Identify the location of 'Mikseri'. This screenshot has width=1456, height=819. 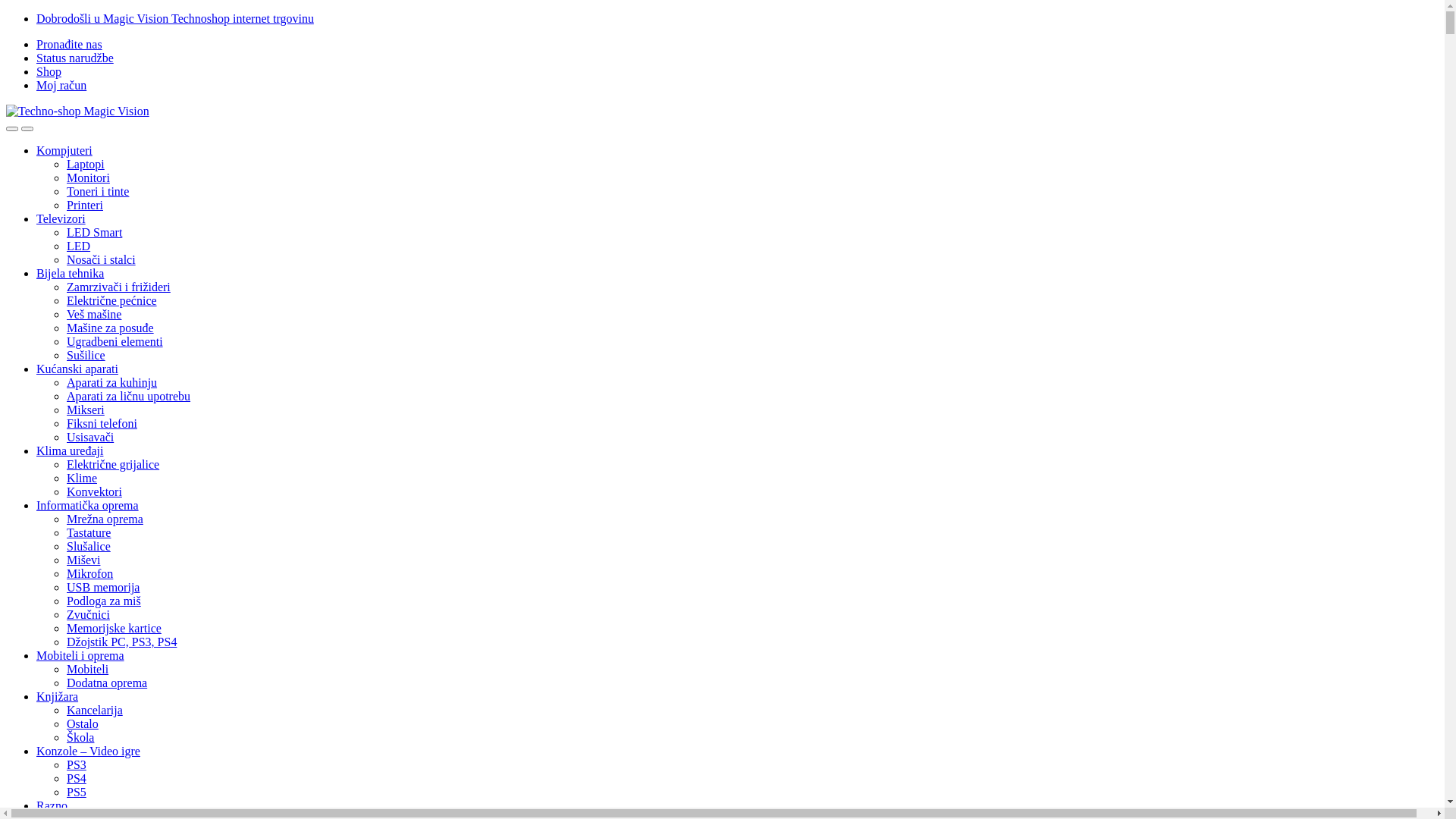
(85, 409).